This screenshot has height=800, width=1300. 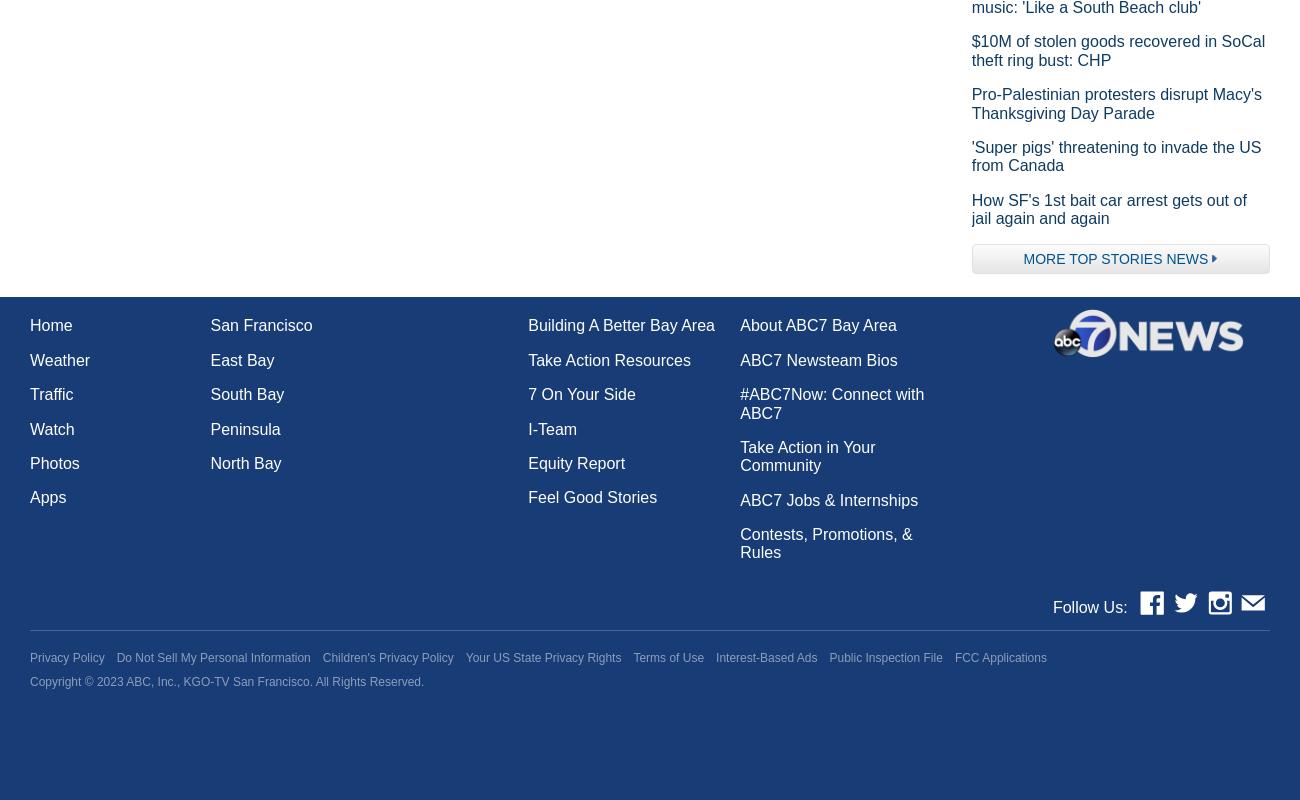 What do you see at coordinates (114, 657) in the screenshot?
I see `'Do Not Sell My Personal Information'` at bounding box center [114, 657].